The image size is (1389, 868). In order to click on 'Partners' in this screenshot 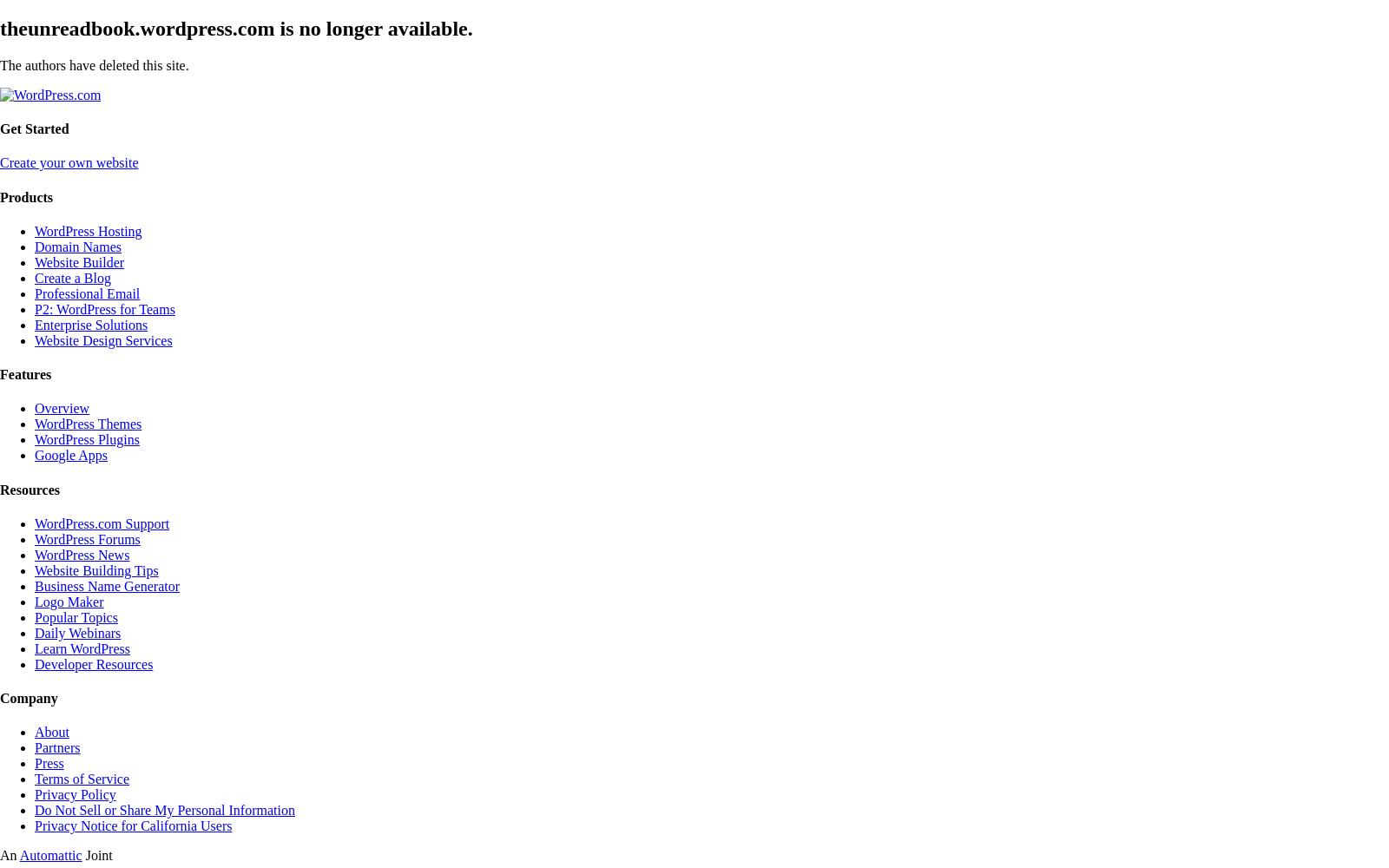, I will do `click(56, 746)`.